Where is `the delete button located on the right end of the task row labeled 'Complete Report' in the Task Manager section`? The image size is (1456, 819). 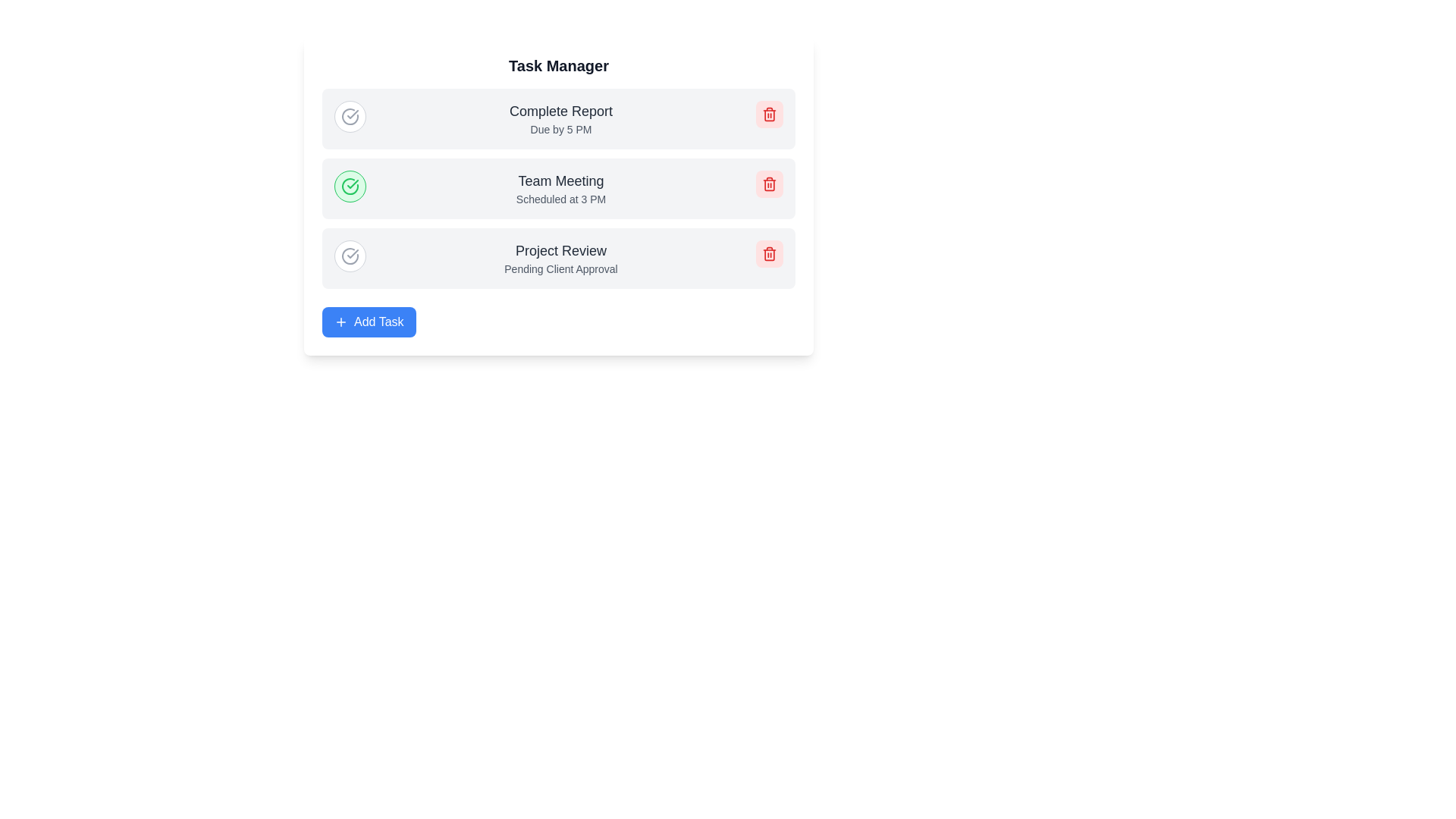
the delete button located on the right end of the task row labeled 'Complete Report' in the Task Manager section is located at coordinates (769, 113).